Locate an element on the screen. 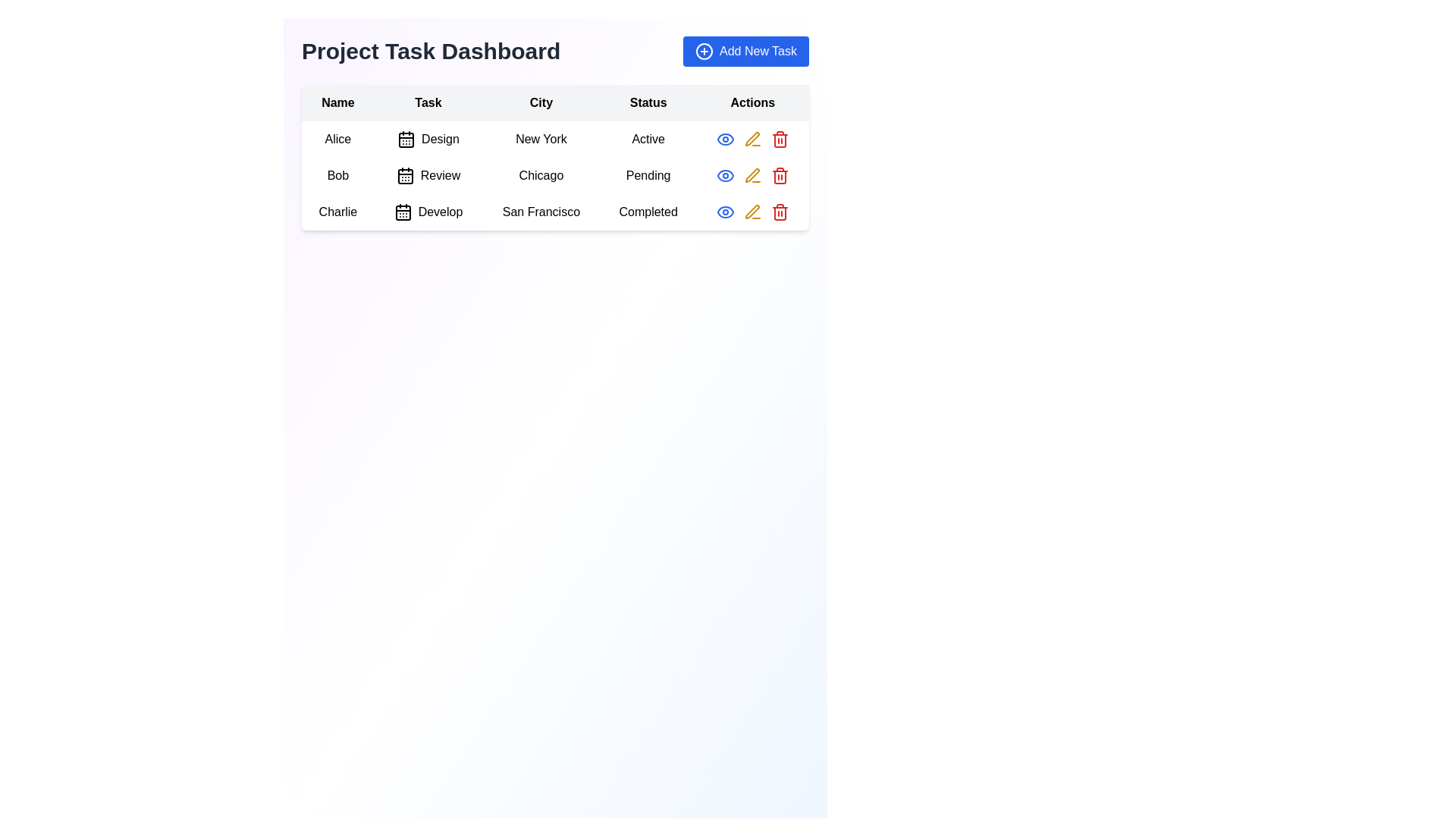 The width and height of the screenshot is (1456, 819). the action icons in the 'Actions' column of the first row, which corresponds to the entry for 'Alice' from 'New York' is located at coordinates (752, 140).